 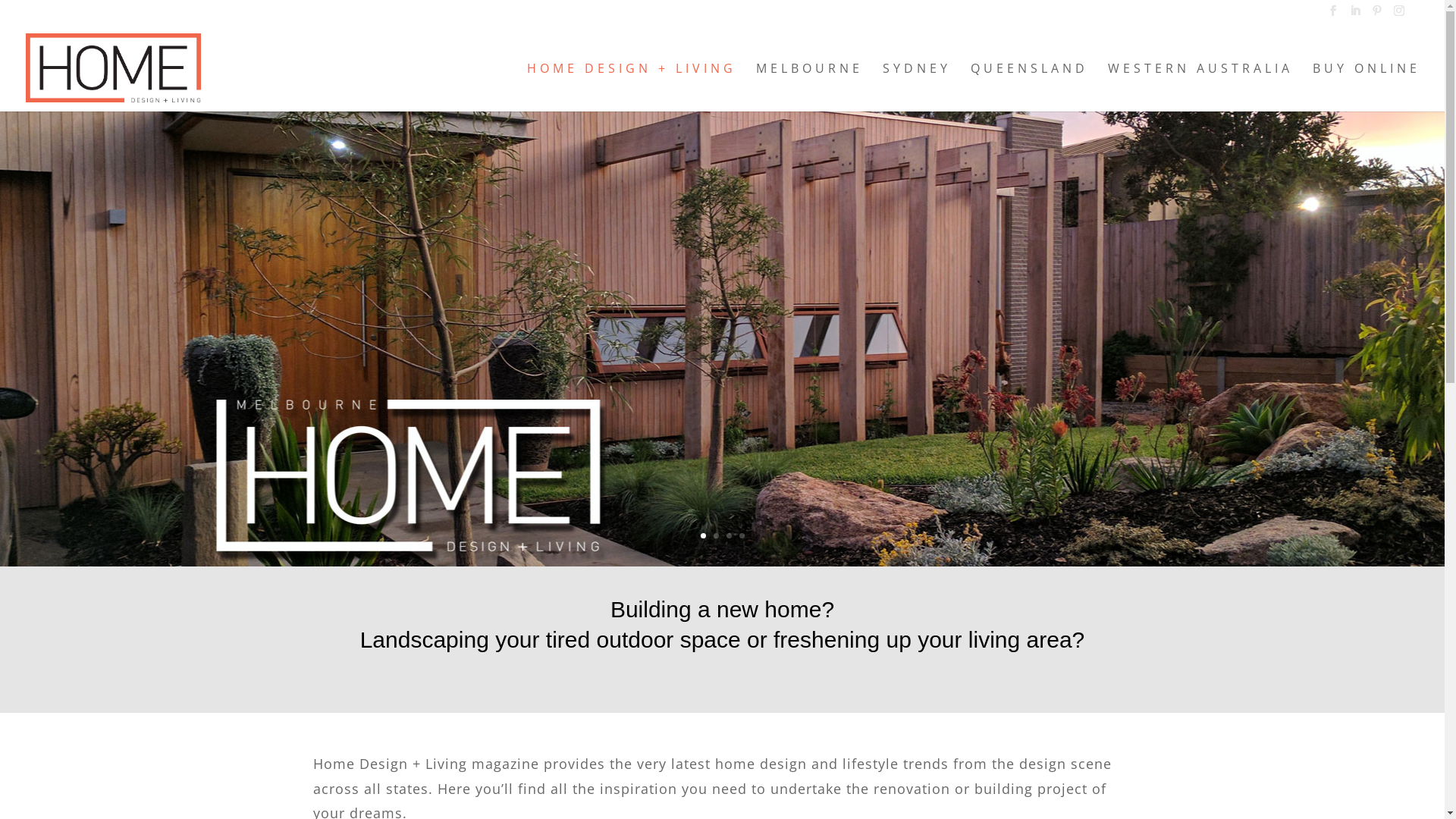 What do you see at coordinates (756, 86) in the screenshot?
I see `'MELBOURNE'` at bounding box center [756, 86].